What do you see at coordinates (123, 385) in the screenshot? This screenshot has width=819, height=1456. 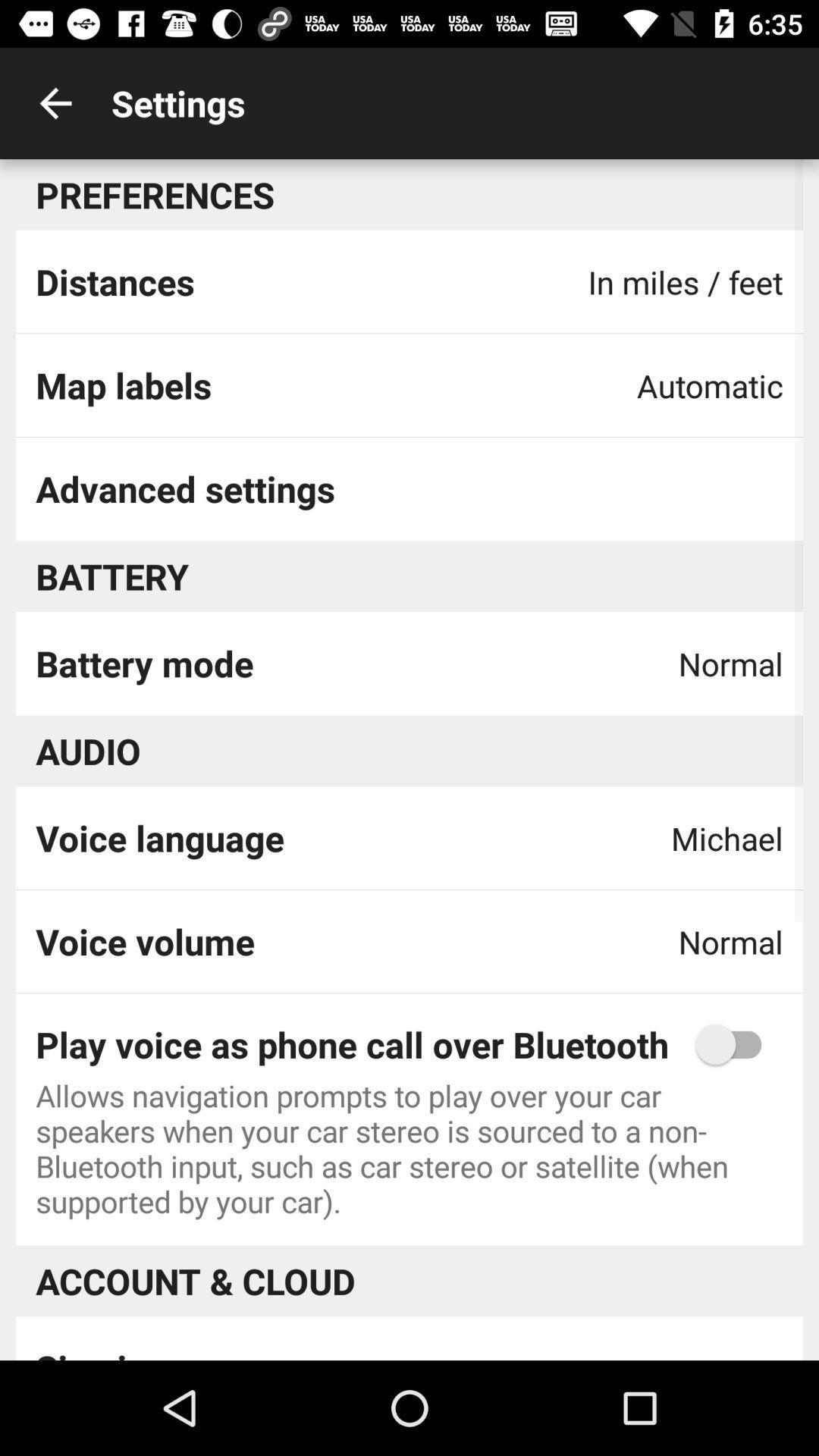 I see `the item to the left of the automatic icon` at bounding box center [123, 385].